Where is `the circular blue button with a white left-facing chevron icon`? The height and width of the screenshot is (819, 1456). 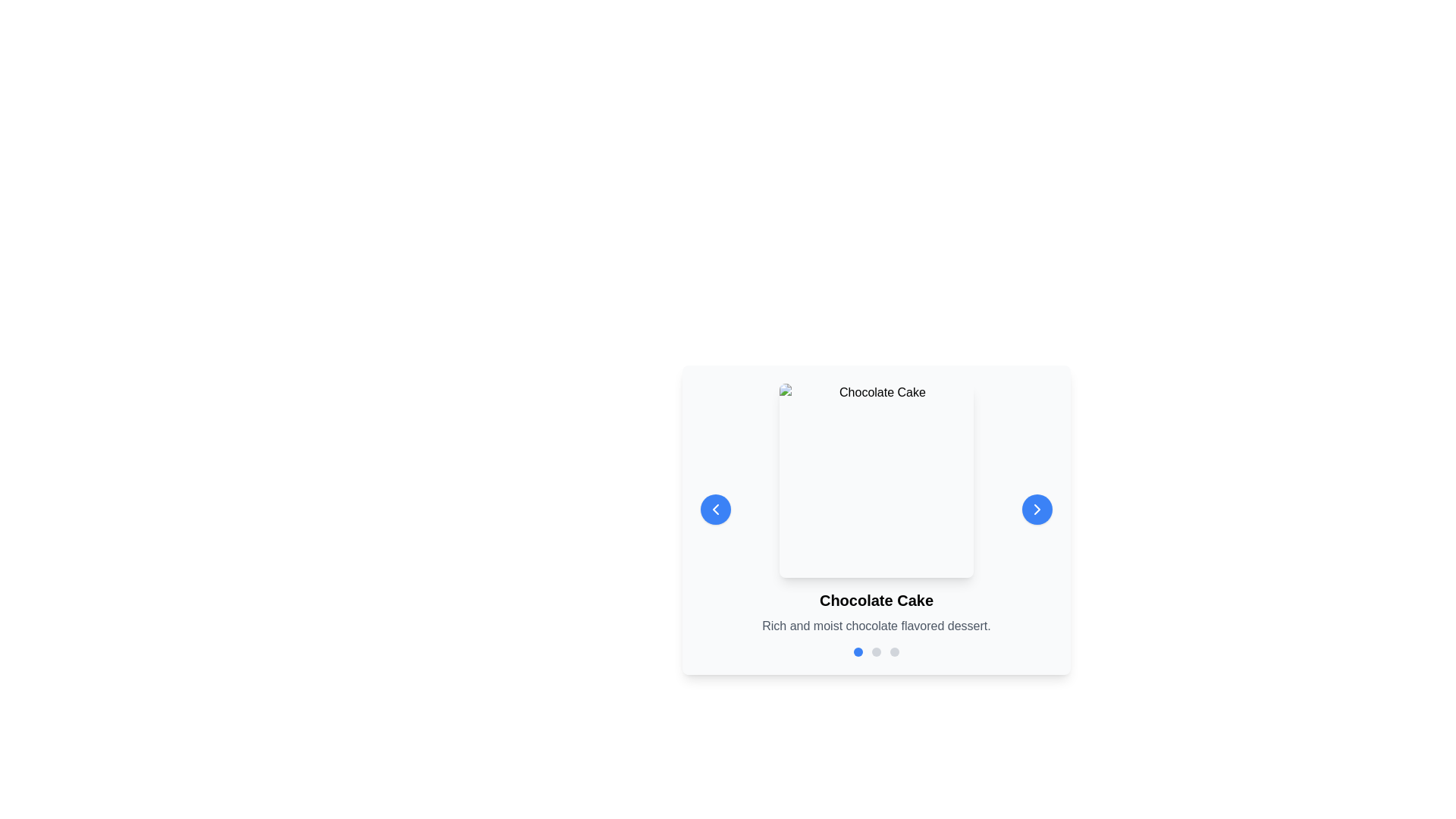
the circular blue button with a white left-facing chevron icon is located at coordinates (715, 509).